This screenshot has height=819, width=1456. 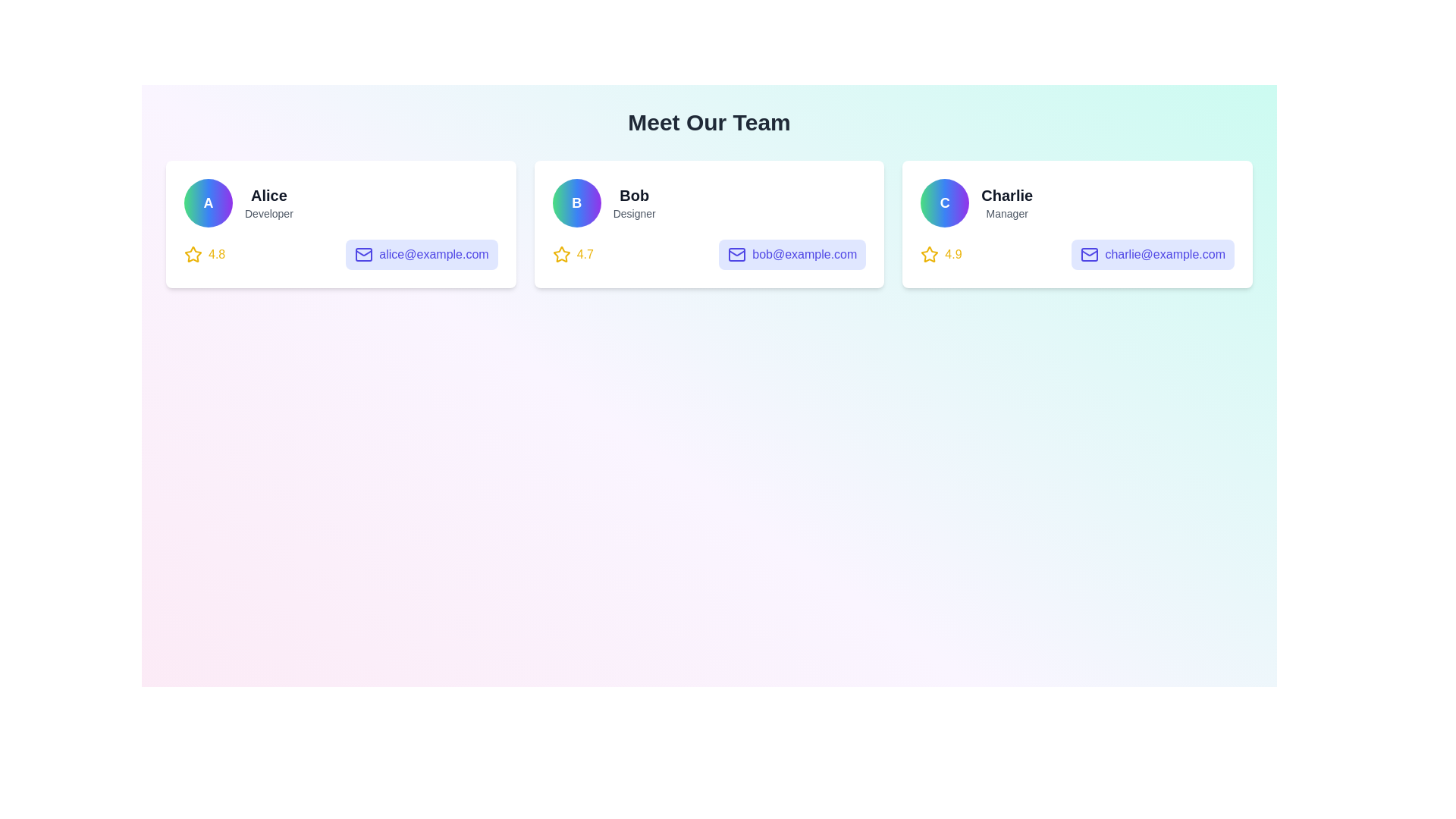 I want to click on the rating display module for Bob, located in the bottom-left corner of his profile card, beneath the circular avatar and to the left of the email icon, so click(x=572, y=253).